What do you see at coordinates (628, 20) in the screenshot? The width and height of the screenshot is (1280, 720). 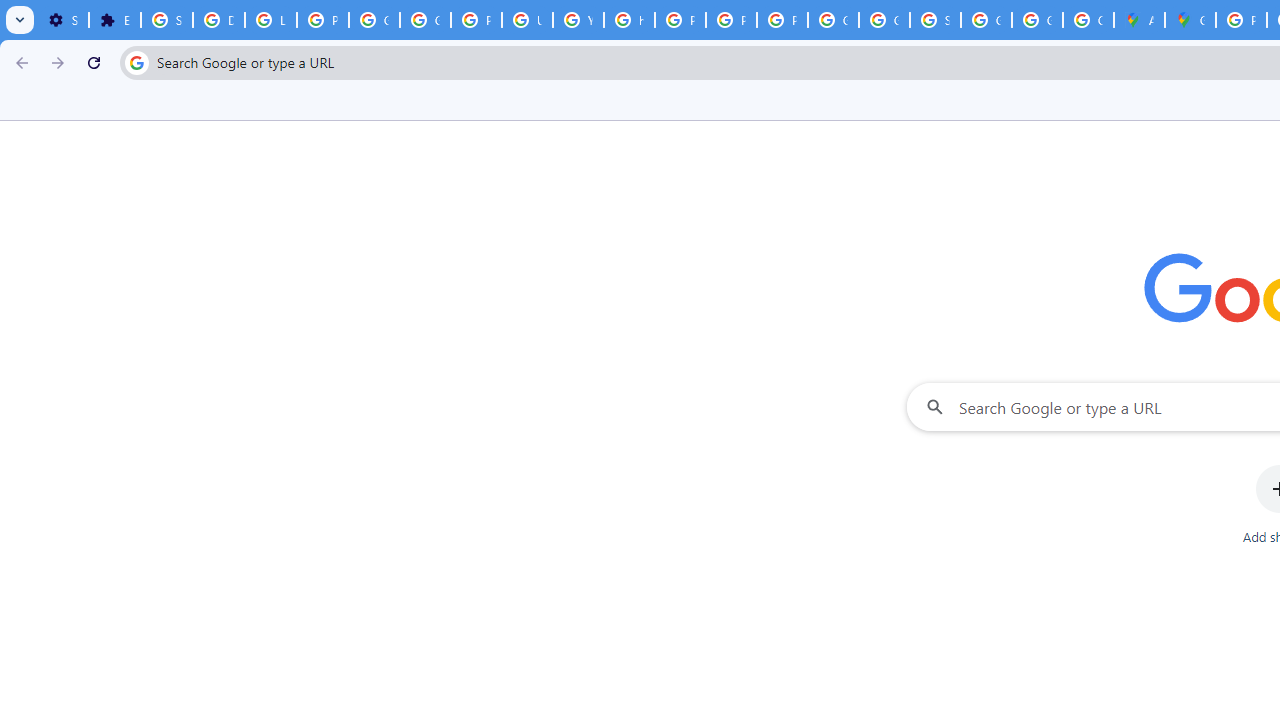 I see `'https://scholar.google.com/'` at bounding box center [628, 20].